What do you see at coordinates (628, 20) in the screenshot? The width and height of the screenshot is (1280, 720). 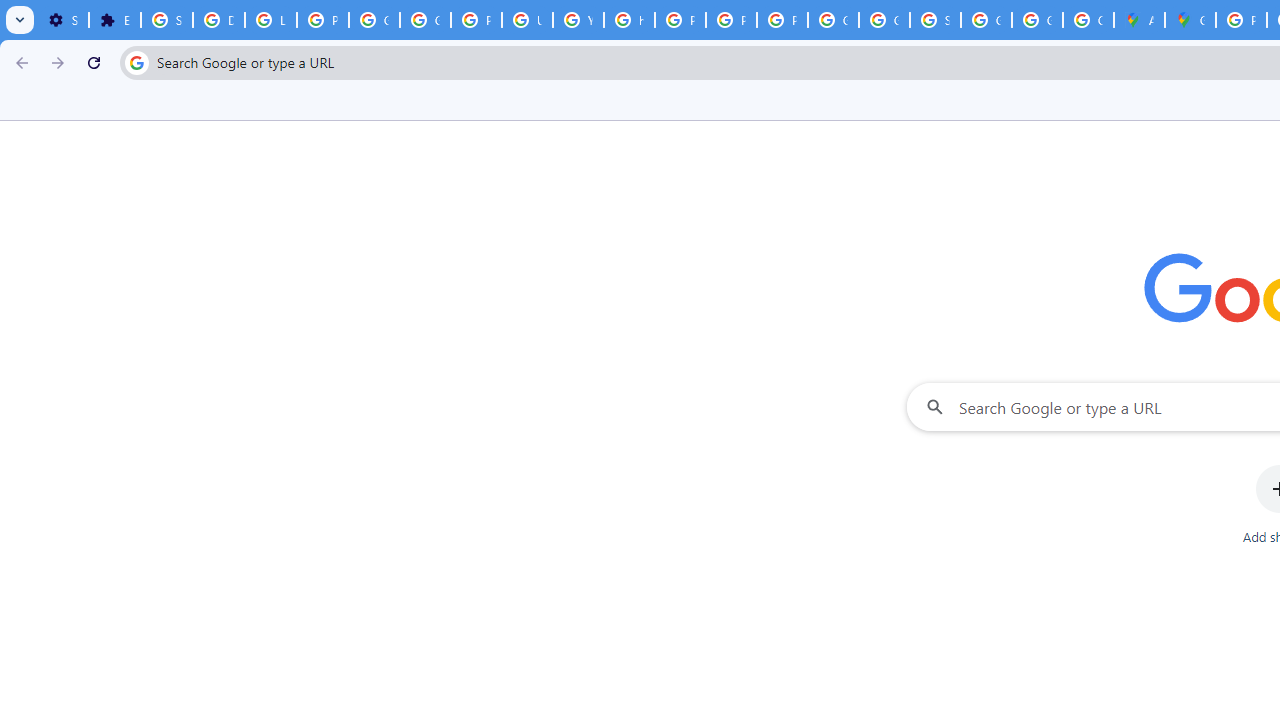 I see `'https://scholar.google.com/'` at bounding box center [628, 20].